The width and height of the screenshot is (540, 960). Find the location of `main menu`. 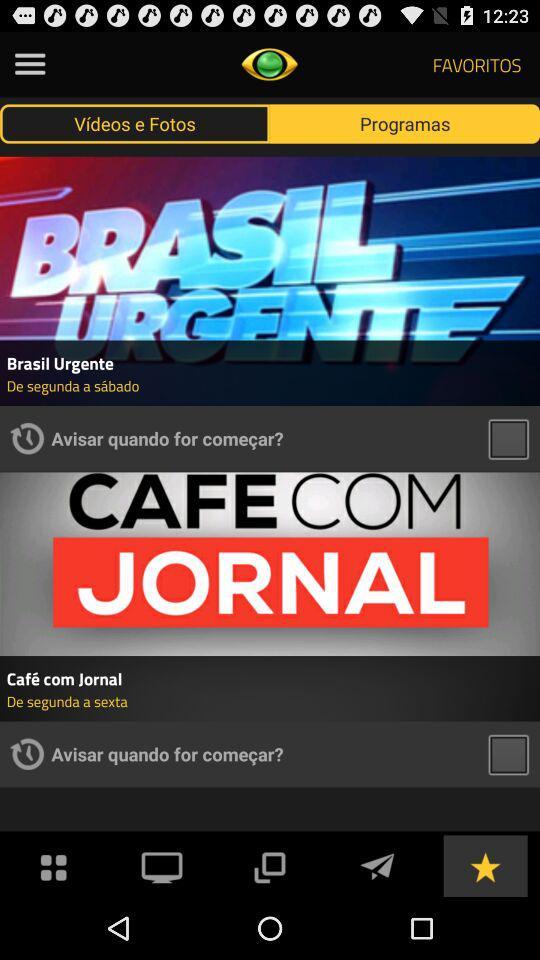

main menu is located at coordinates (54, 864).